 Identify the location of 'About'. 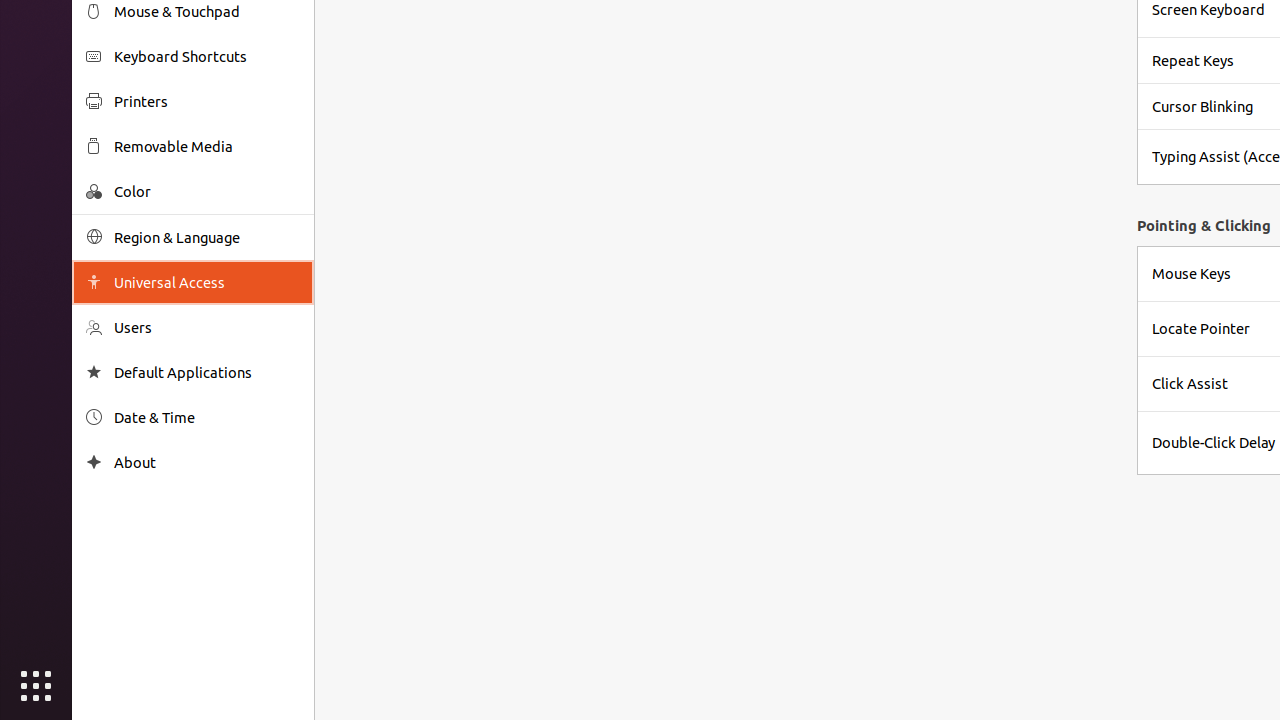
(206, 462).